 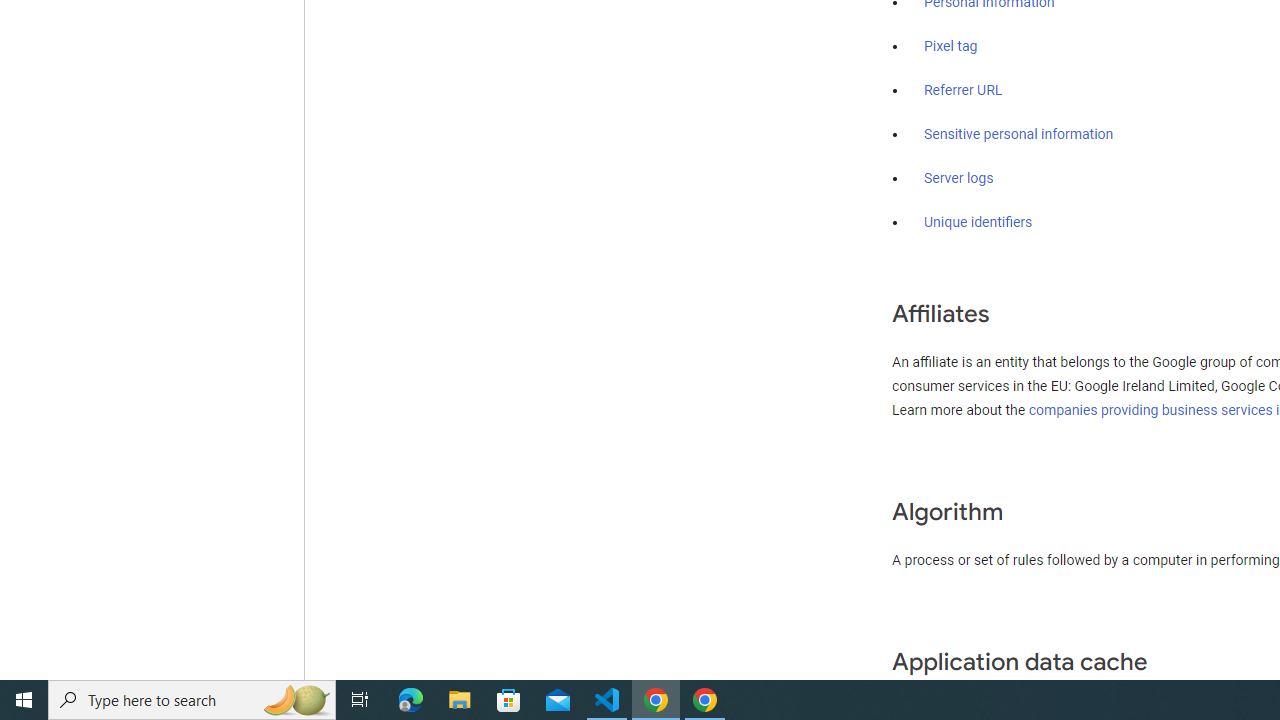 I want to click on 'Sensitive personal information', so click(x=1018, y=135).